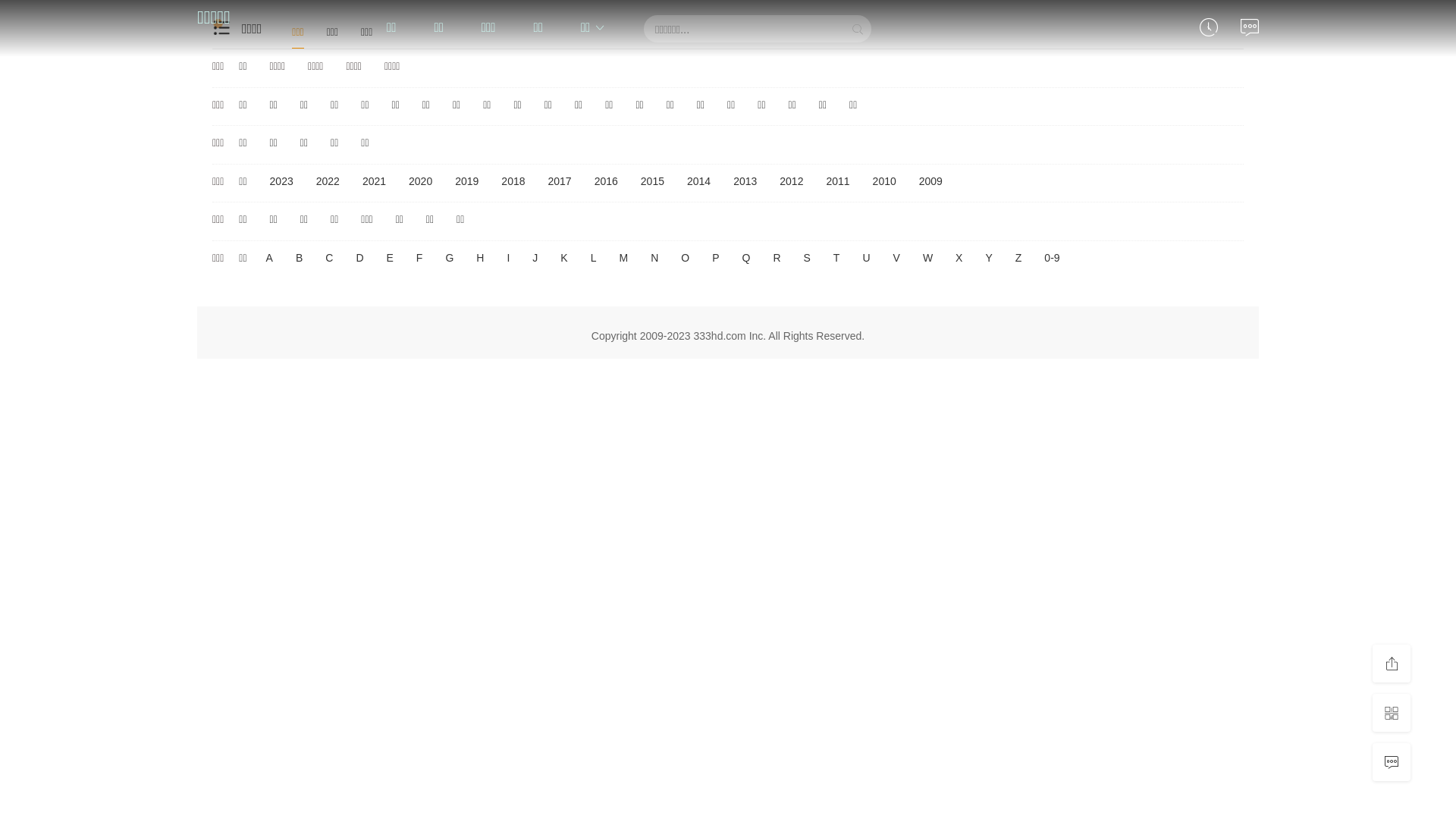 The image size is (1456, 819). I want to click on 'V', so click(889, 257).